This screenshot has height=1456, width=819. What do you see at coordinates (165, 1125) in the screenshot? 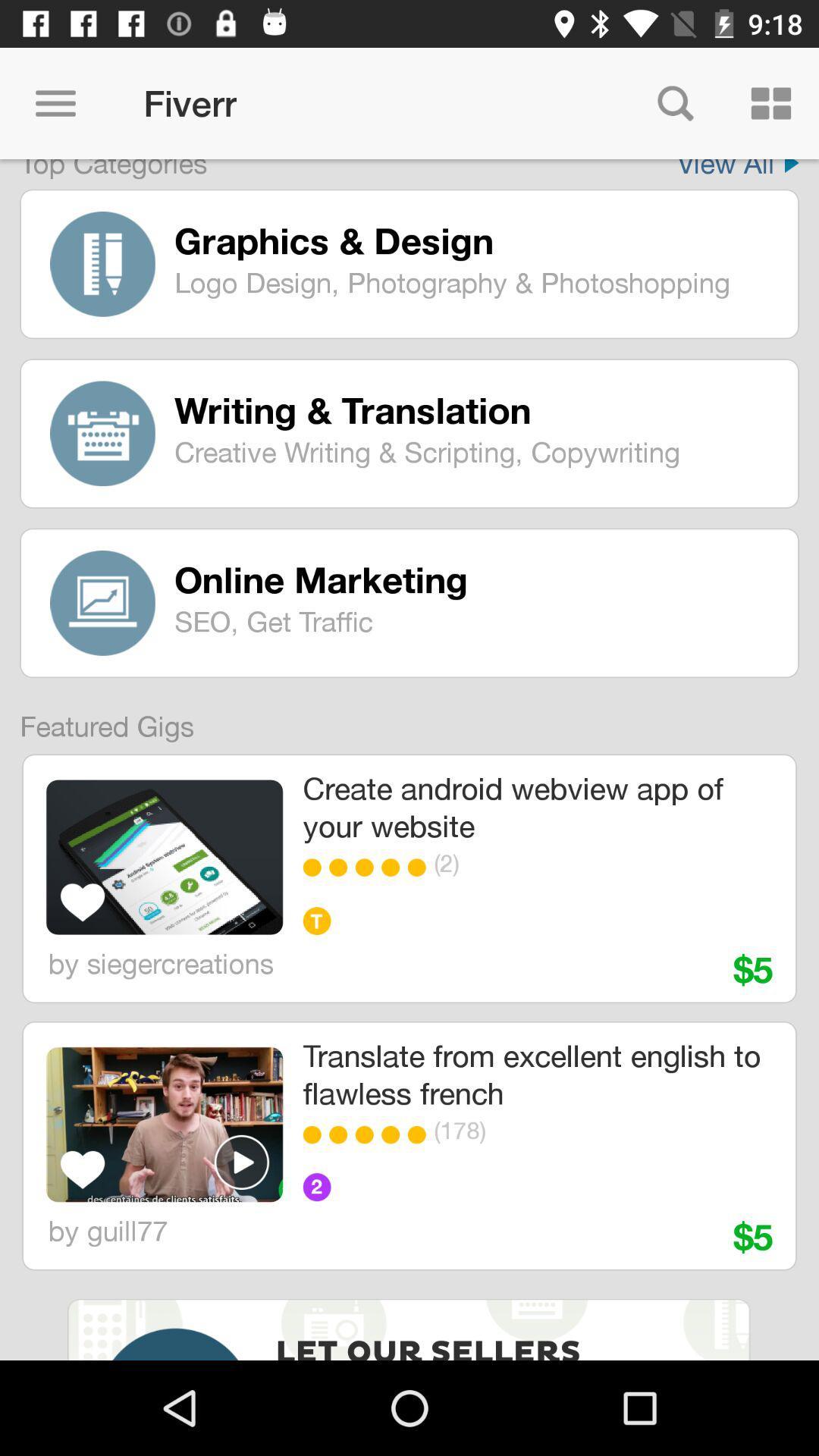
I see `the icon next to translate from excellent item` at bounding box center [165, 1125].